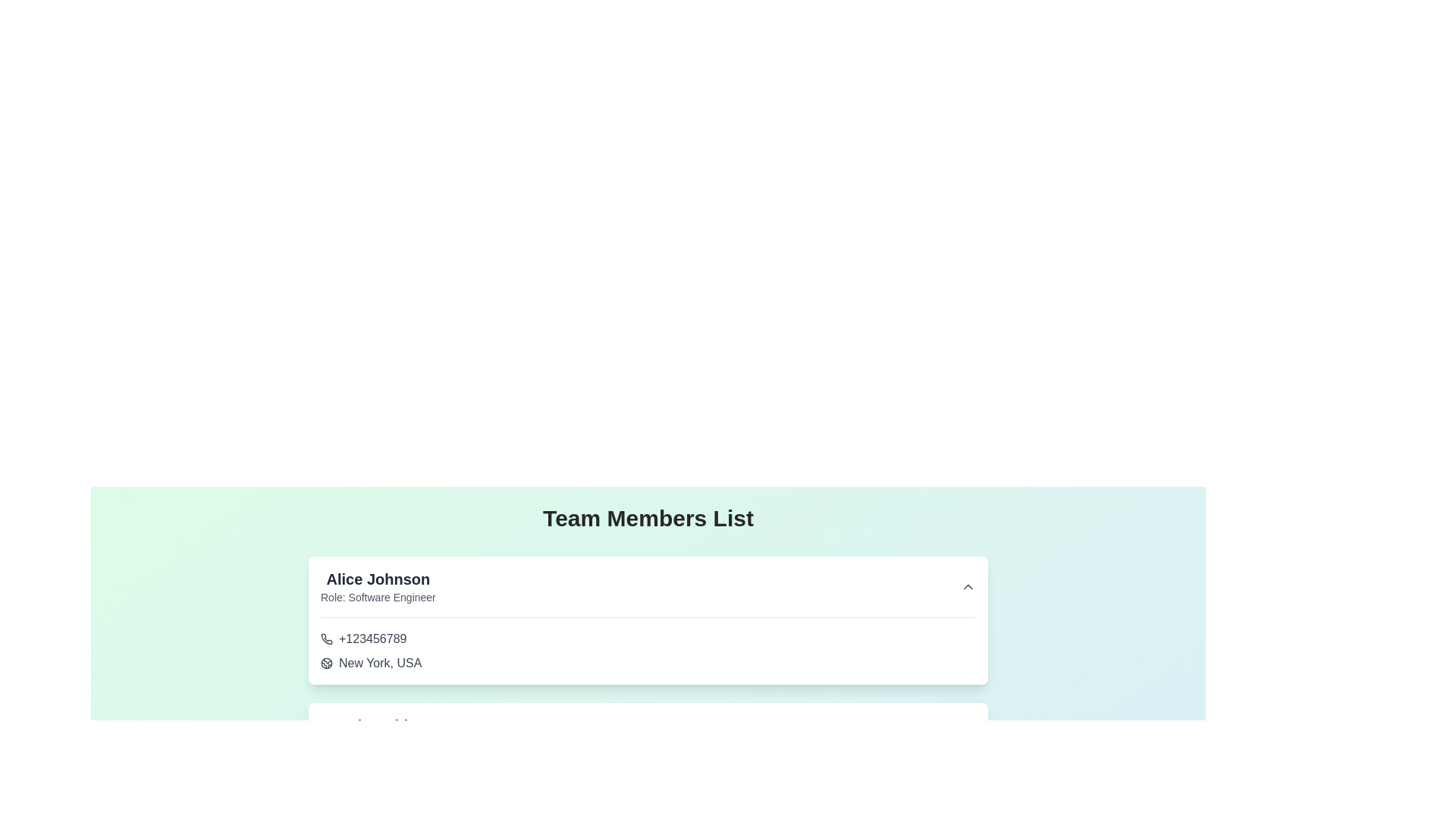  I want to click on the text label displaying 'Alice Johnson' and 'Software Engineer' located in the upper-left corner of the card structure, so click(378, 586).